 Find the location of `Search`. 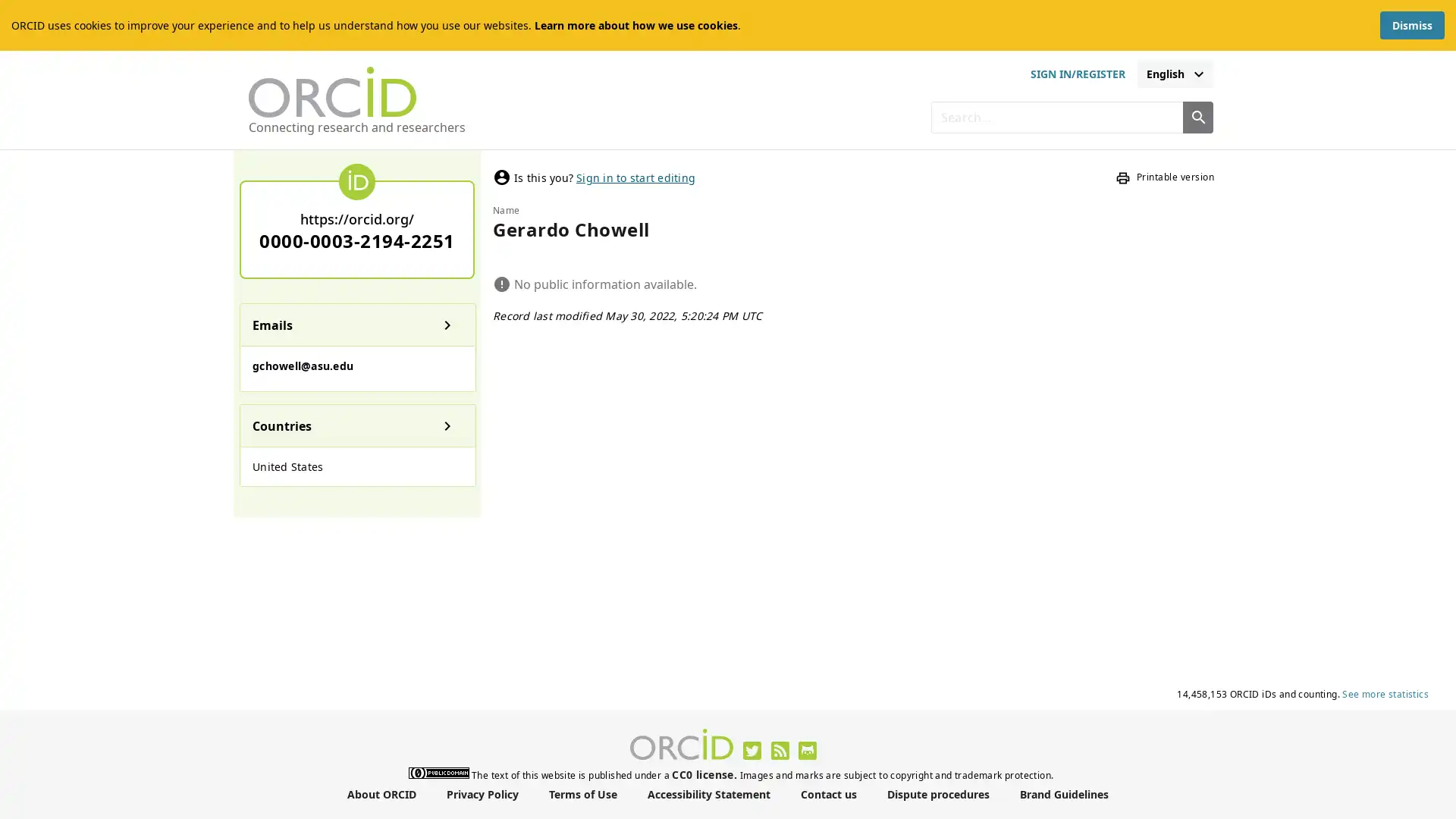

Search is located at coordinates (1197, 116).